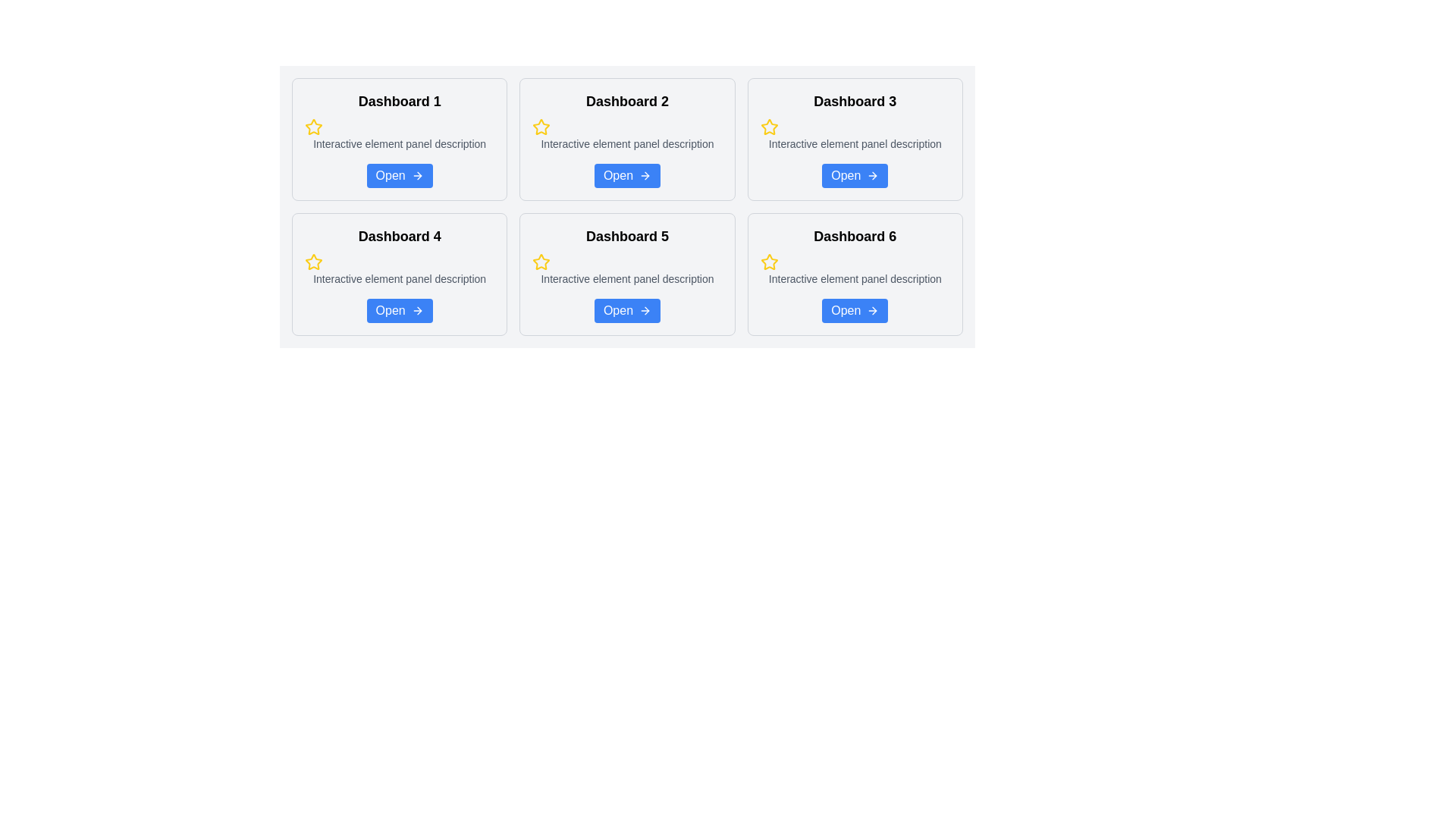 The width and height of the screenshot is (1456, 819). I want to click on the button labeled 'Open' which contains a rightward-pointing arrow icon, located in the third card of the top row, so click(873, 174).